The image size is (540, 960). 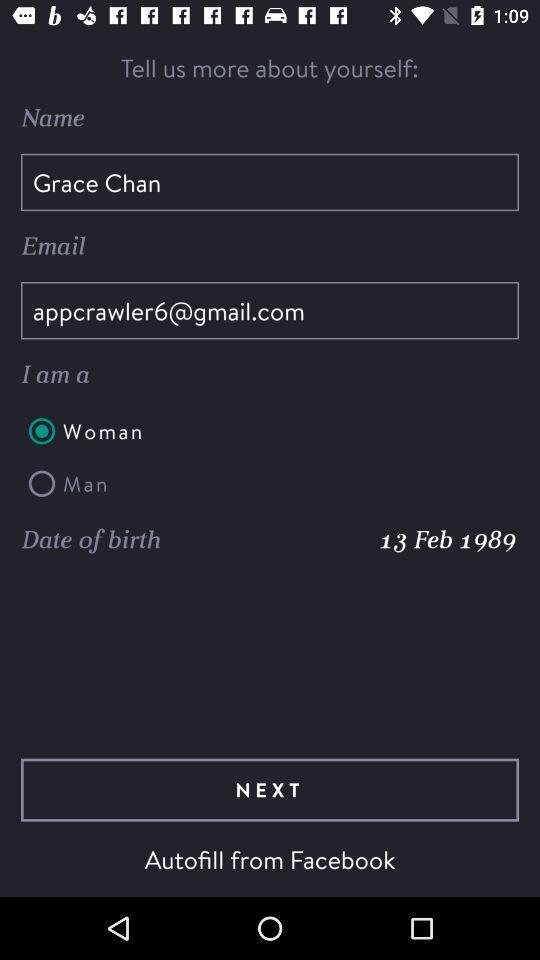 What do you see at coordinates (270, 790) in the screenshot?
I see `item above autofill from facebook` at bounding box center [270, 790].